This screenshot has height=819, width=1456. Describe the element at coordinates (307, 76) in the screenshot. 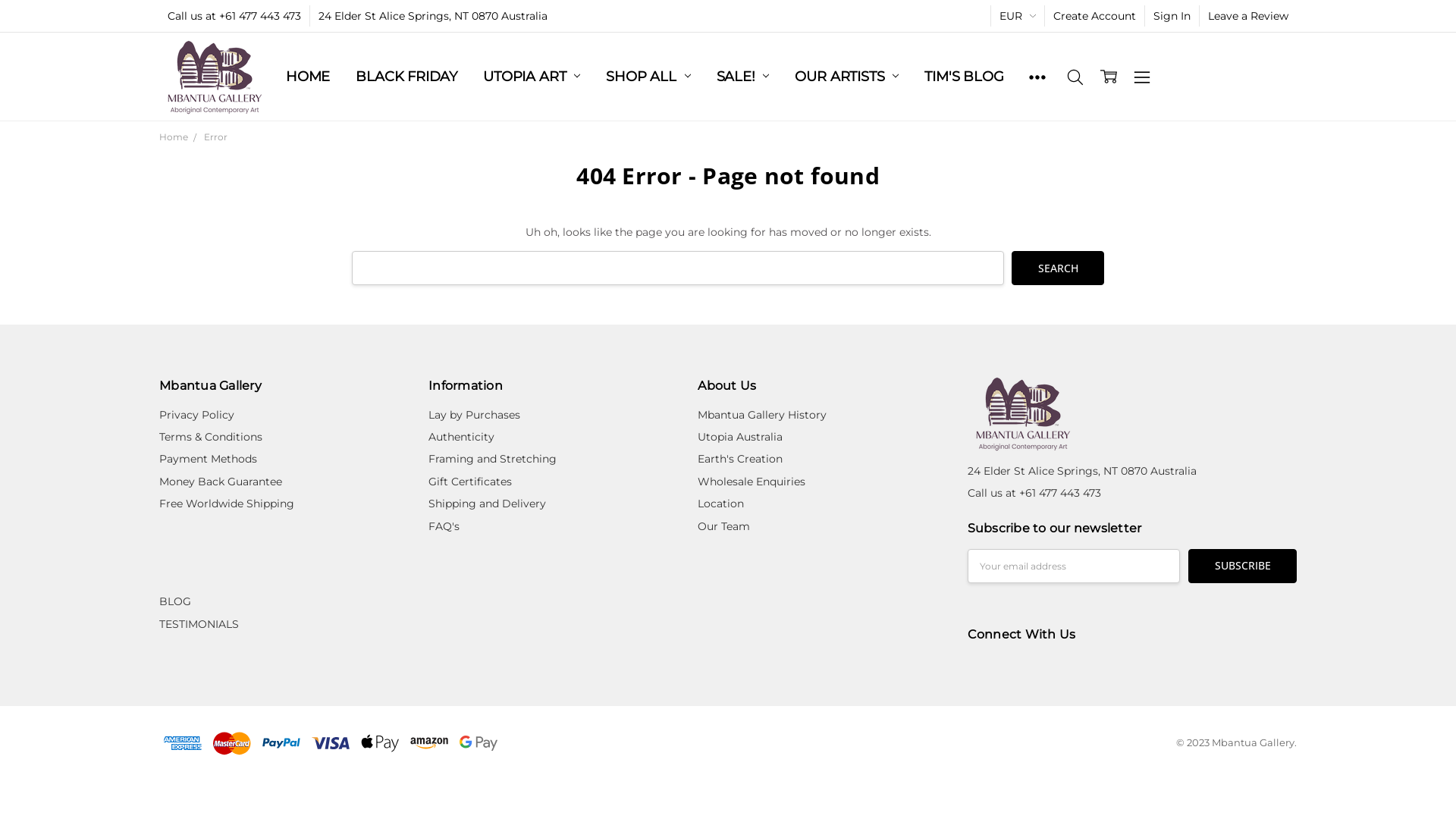

I see `'HOME'` at that location.